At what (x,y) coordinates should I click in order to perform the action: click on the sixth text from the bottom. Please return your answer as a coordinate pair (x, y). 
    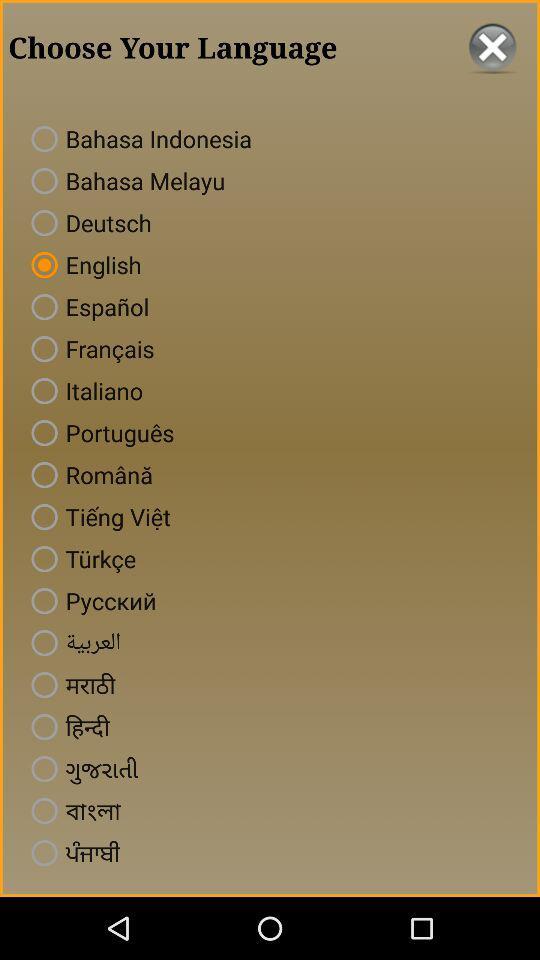
    Looking at the image, I should click on (71, 642).